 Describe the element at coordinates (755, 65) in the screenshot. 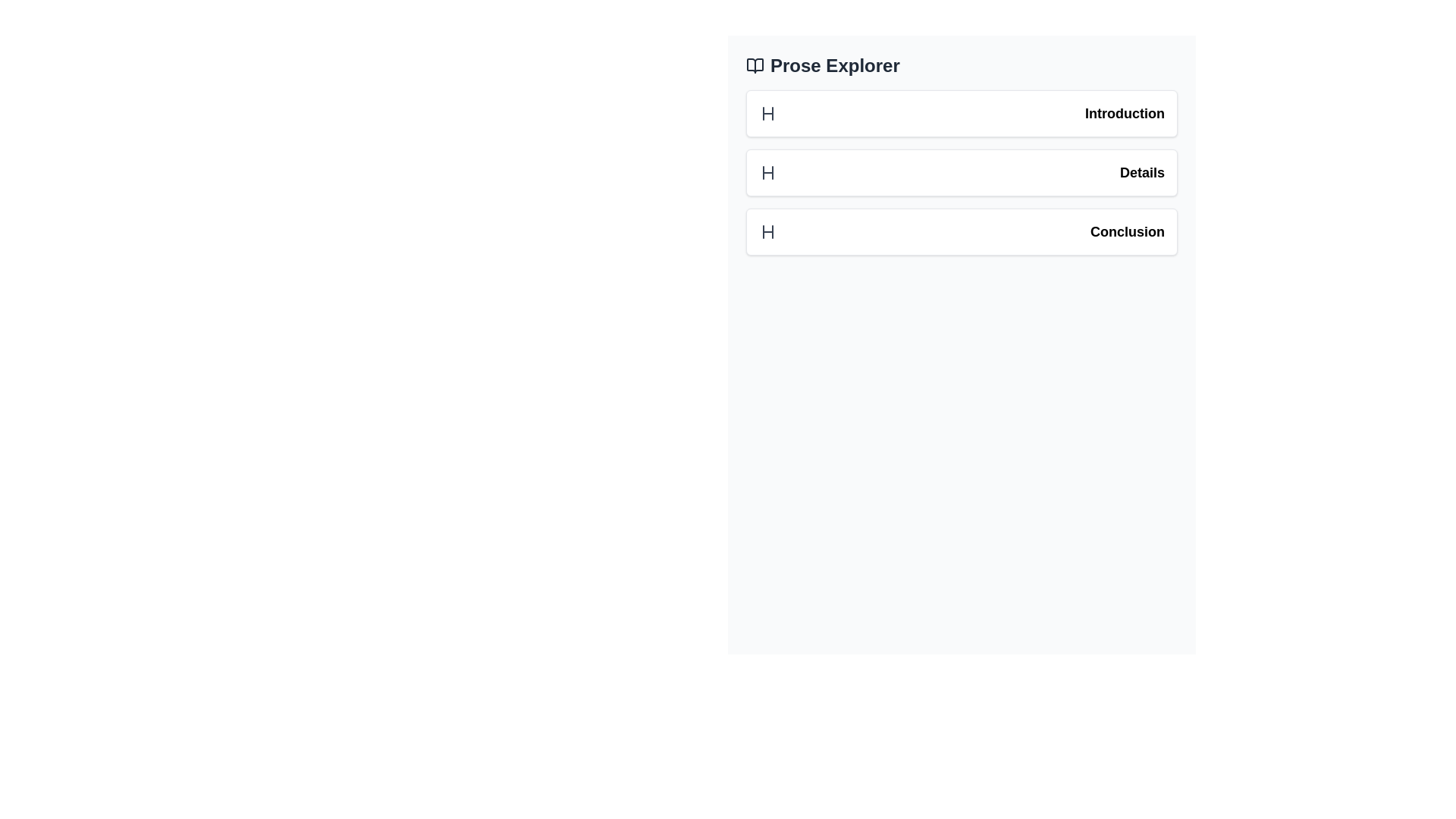

I see `the SVG graphical element that represents a book's details, located near the top-left corner of the interface` at that location.